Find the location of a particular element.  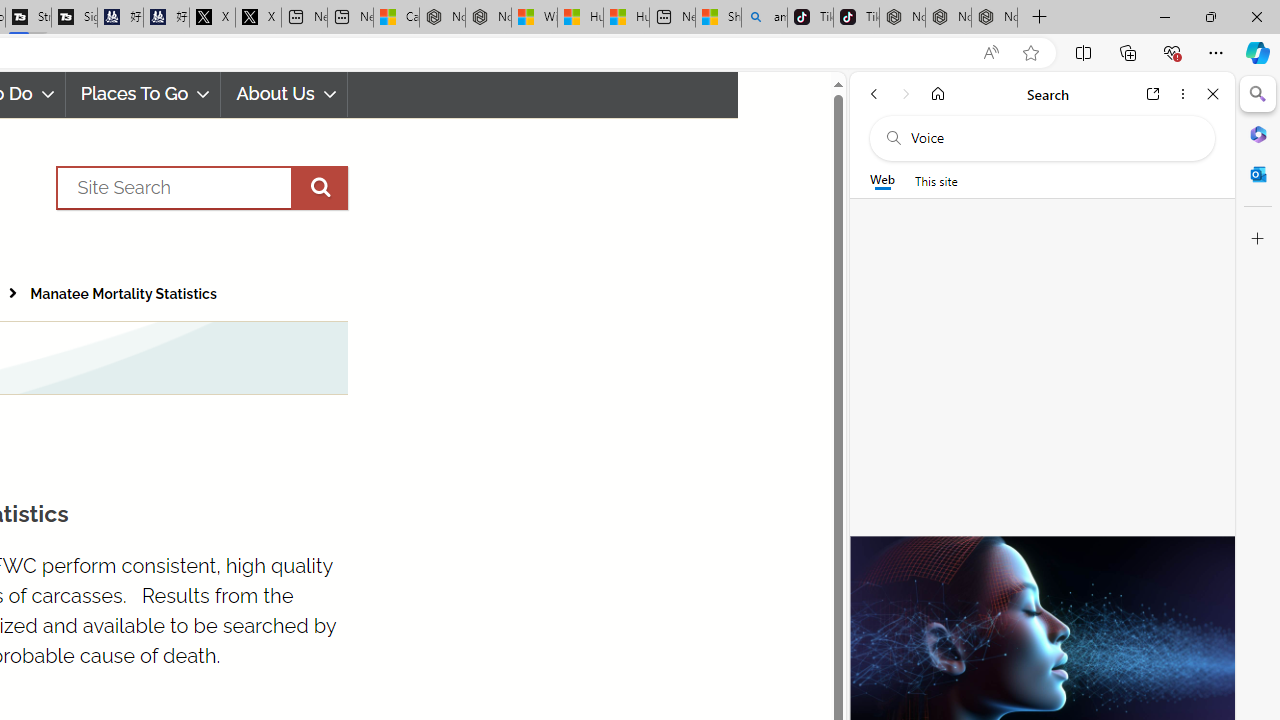

'execute site search' is located at coordinates (318, 187).